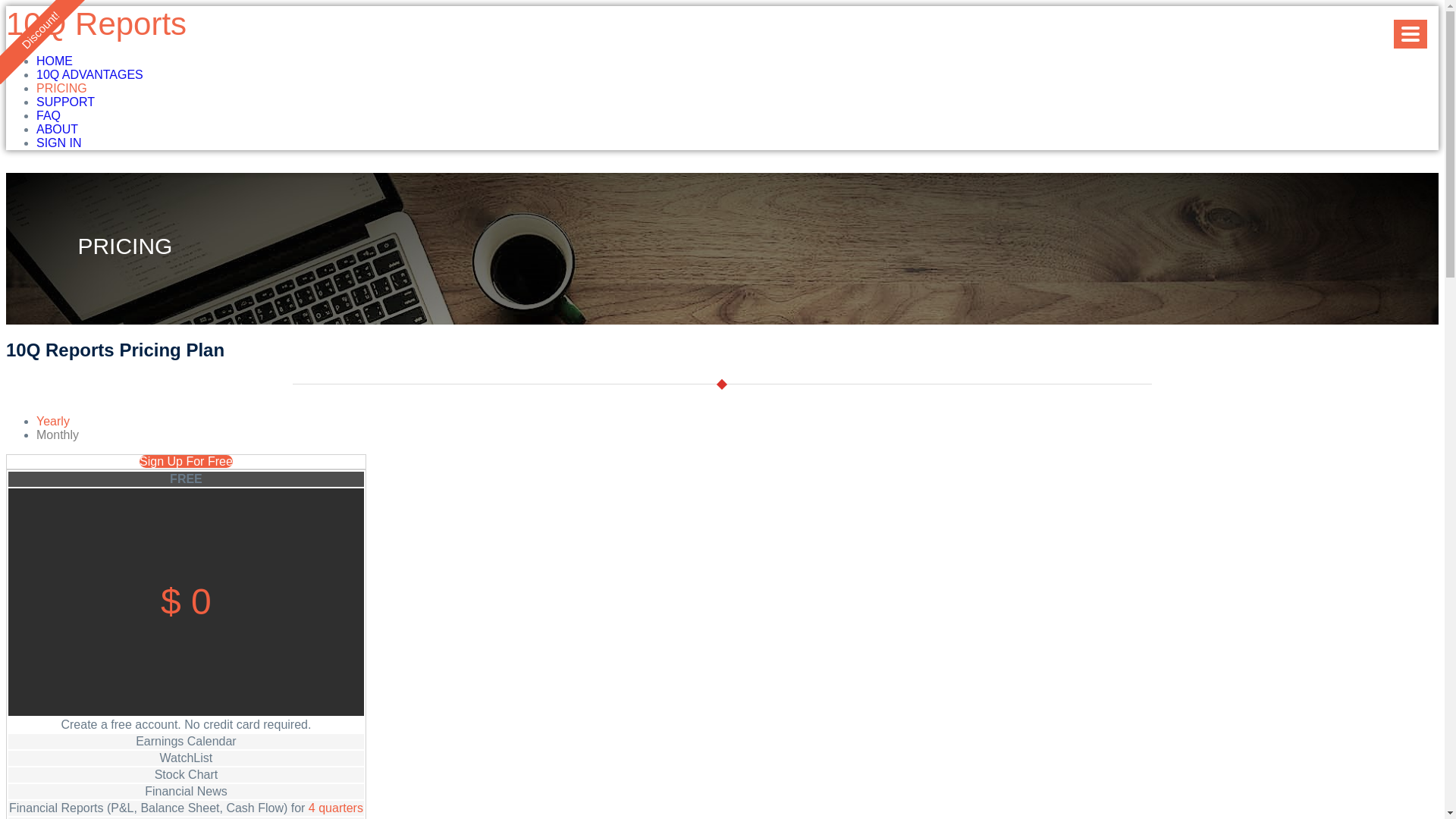 The width and height of the screenshot is (1456, 819). What do you see at coordinates (48, 115) in the screenshot?
I see `'FAQ'` at bounding box center [48, 115].